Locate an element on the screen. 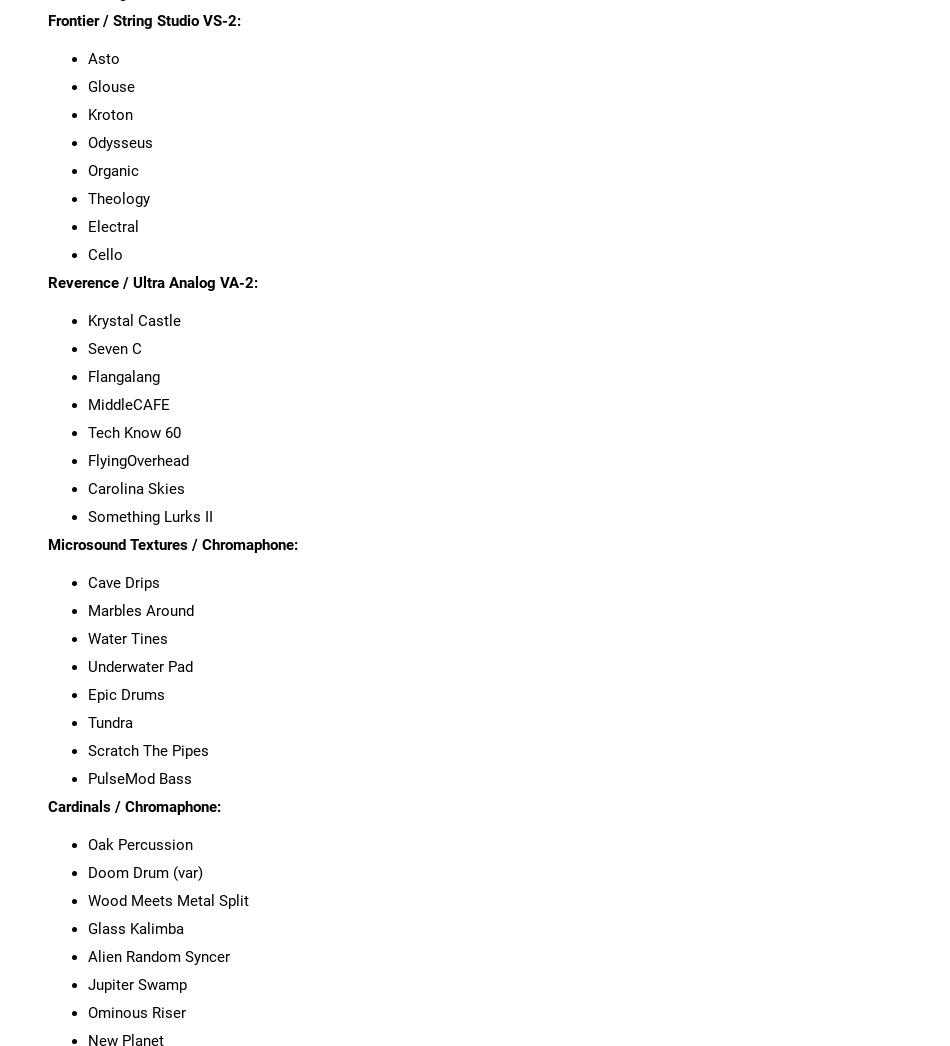 The image size is (950, 1046). 'Wood Meets Metal Split' is located at coordinates (167, 899).